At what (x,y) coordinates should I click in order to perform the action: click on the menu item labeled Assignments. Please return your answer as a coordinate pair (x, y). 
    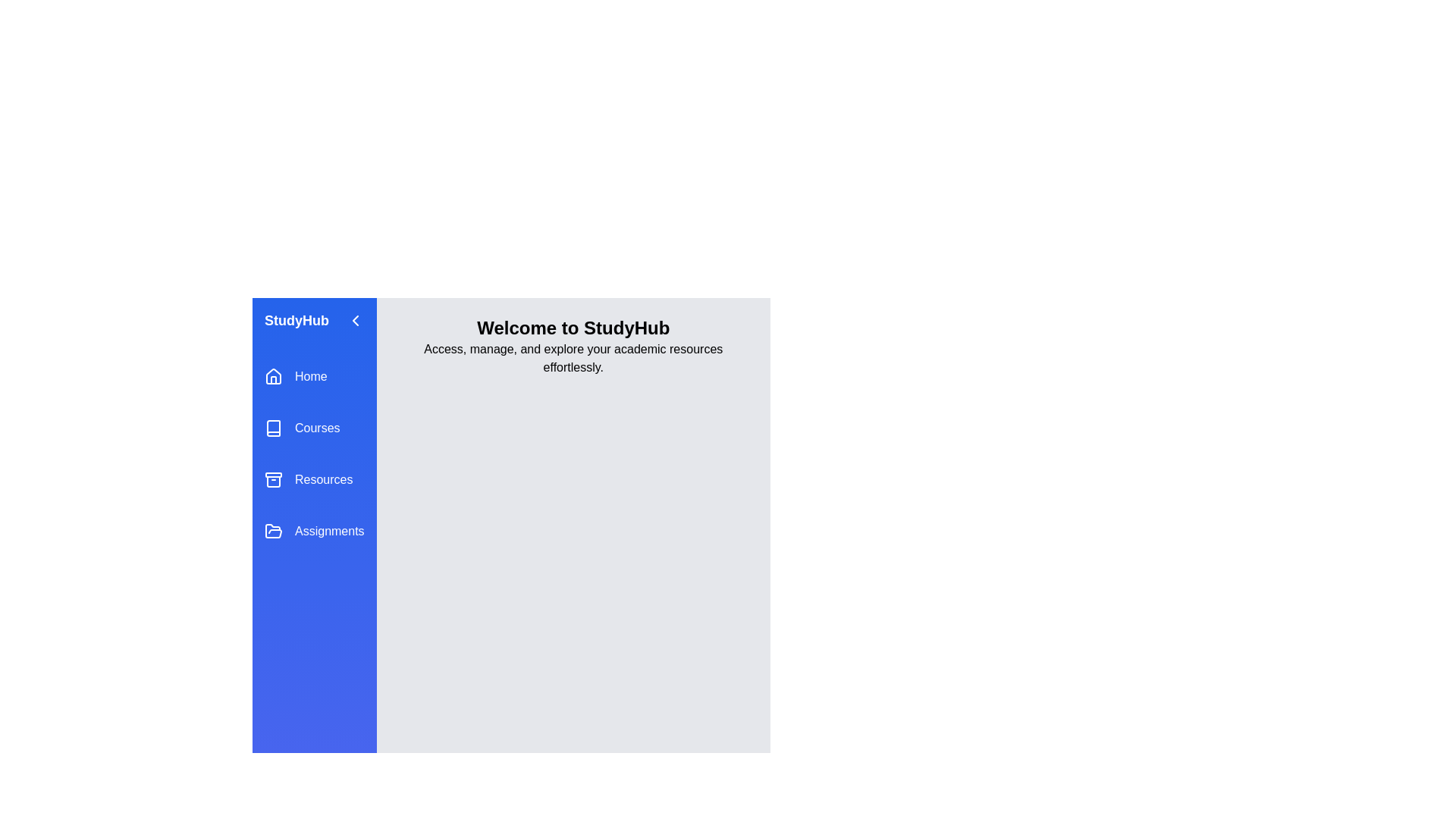
    Looking at the image, I should click on (313, 531).